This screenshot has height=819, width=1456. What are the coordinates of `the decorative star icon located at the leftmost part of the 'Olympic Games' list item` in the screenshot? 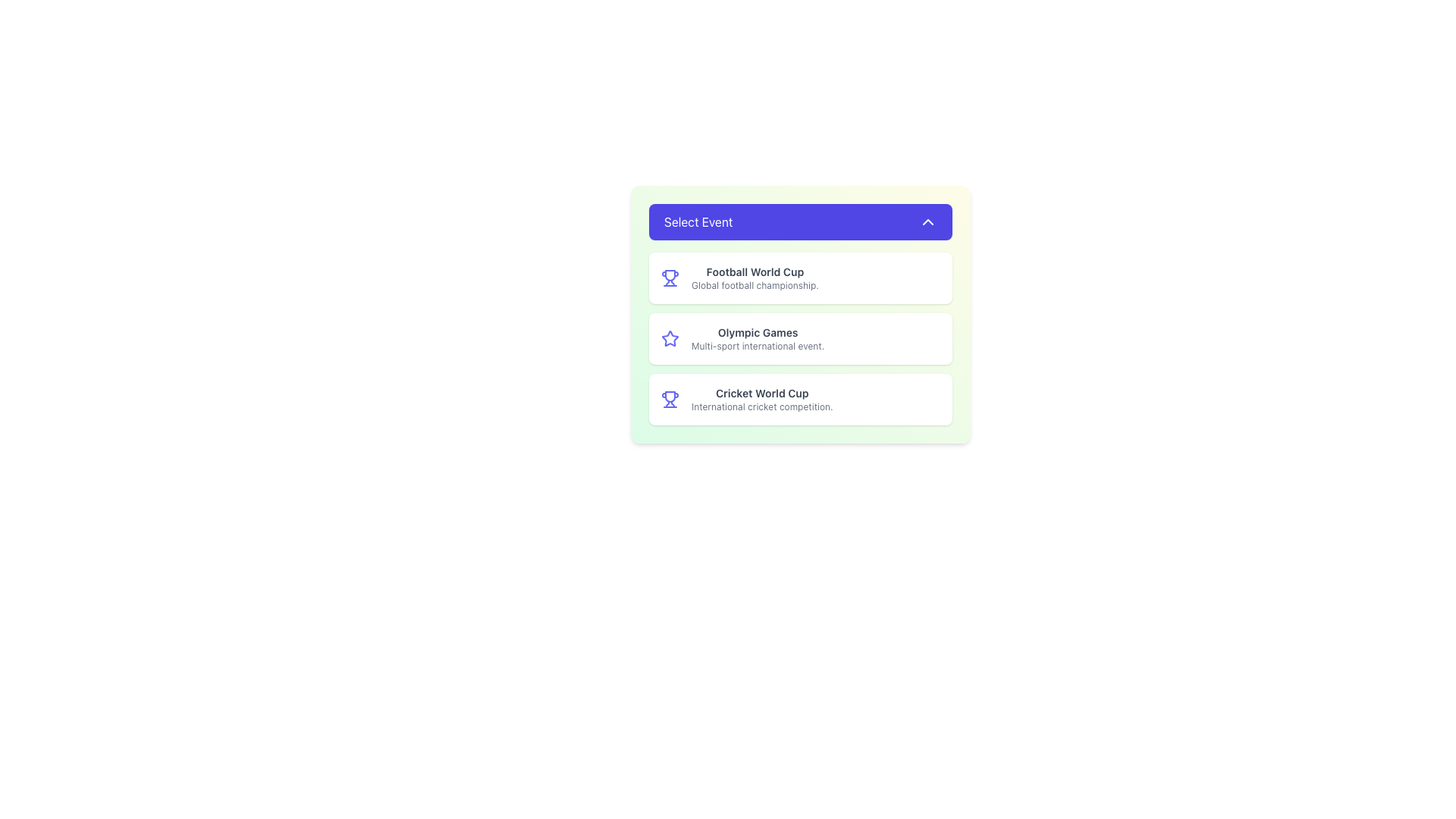 It's located at (669, 338).